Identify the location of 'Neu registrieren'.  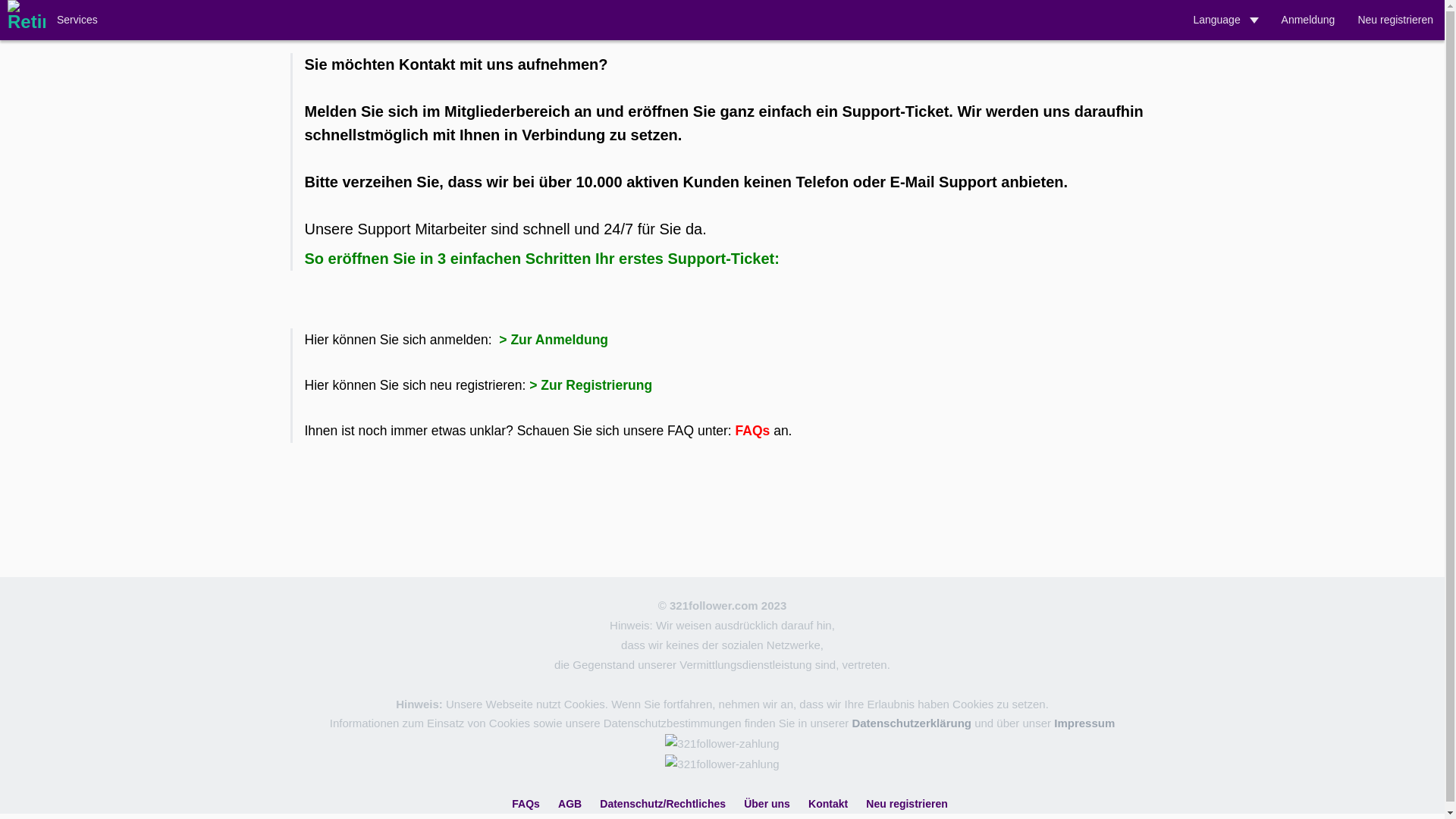
(1395, 20).